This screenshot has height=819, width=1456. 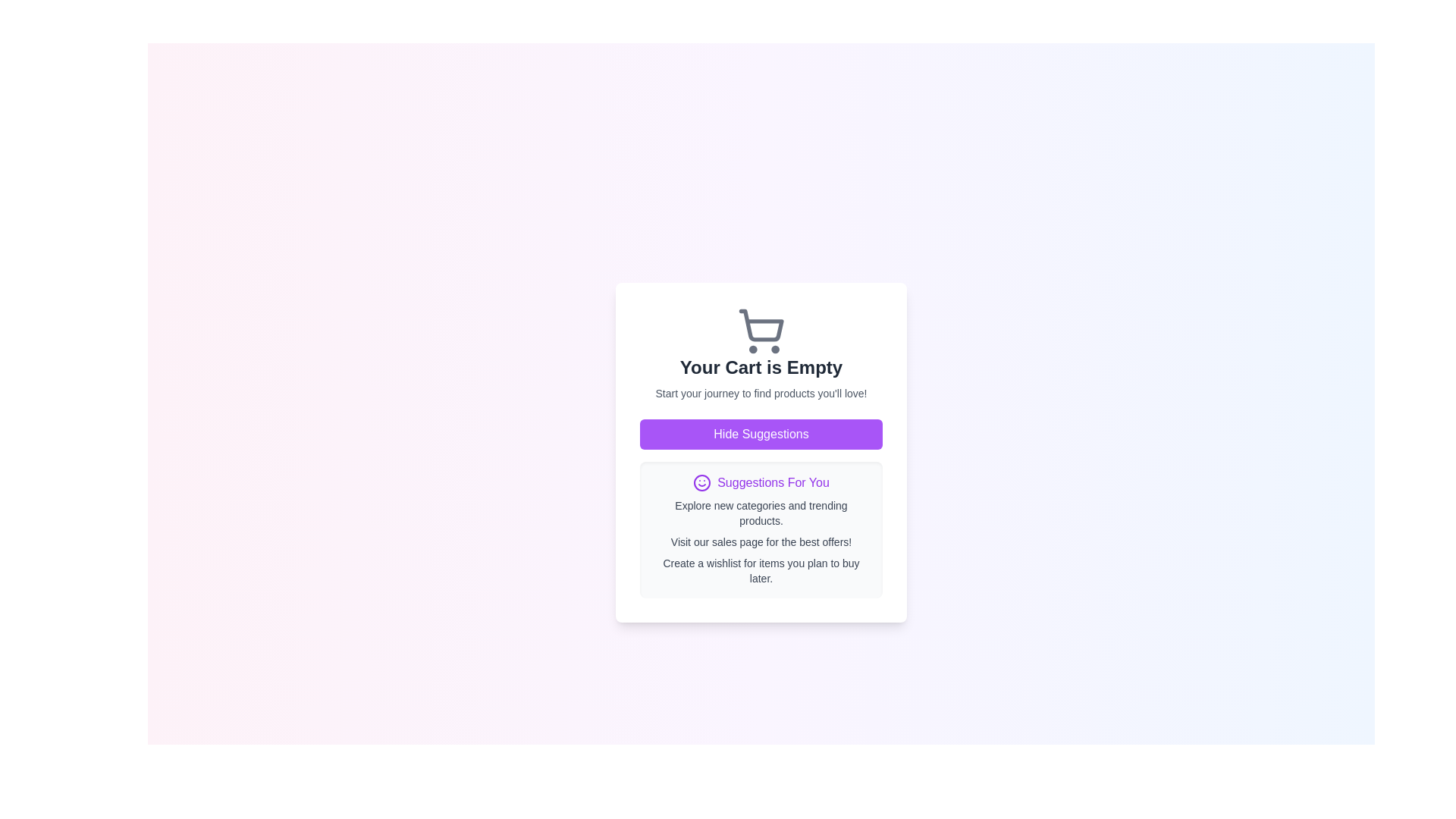 What do you see at coordinates (773, 482) in the screenshot?
I see `text from the 'Suggestions For You' text label, which is displayed in a medium font weight and purple color, located in the center of the card-like UI box` at bounding box center [773, 482].